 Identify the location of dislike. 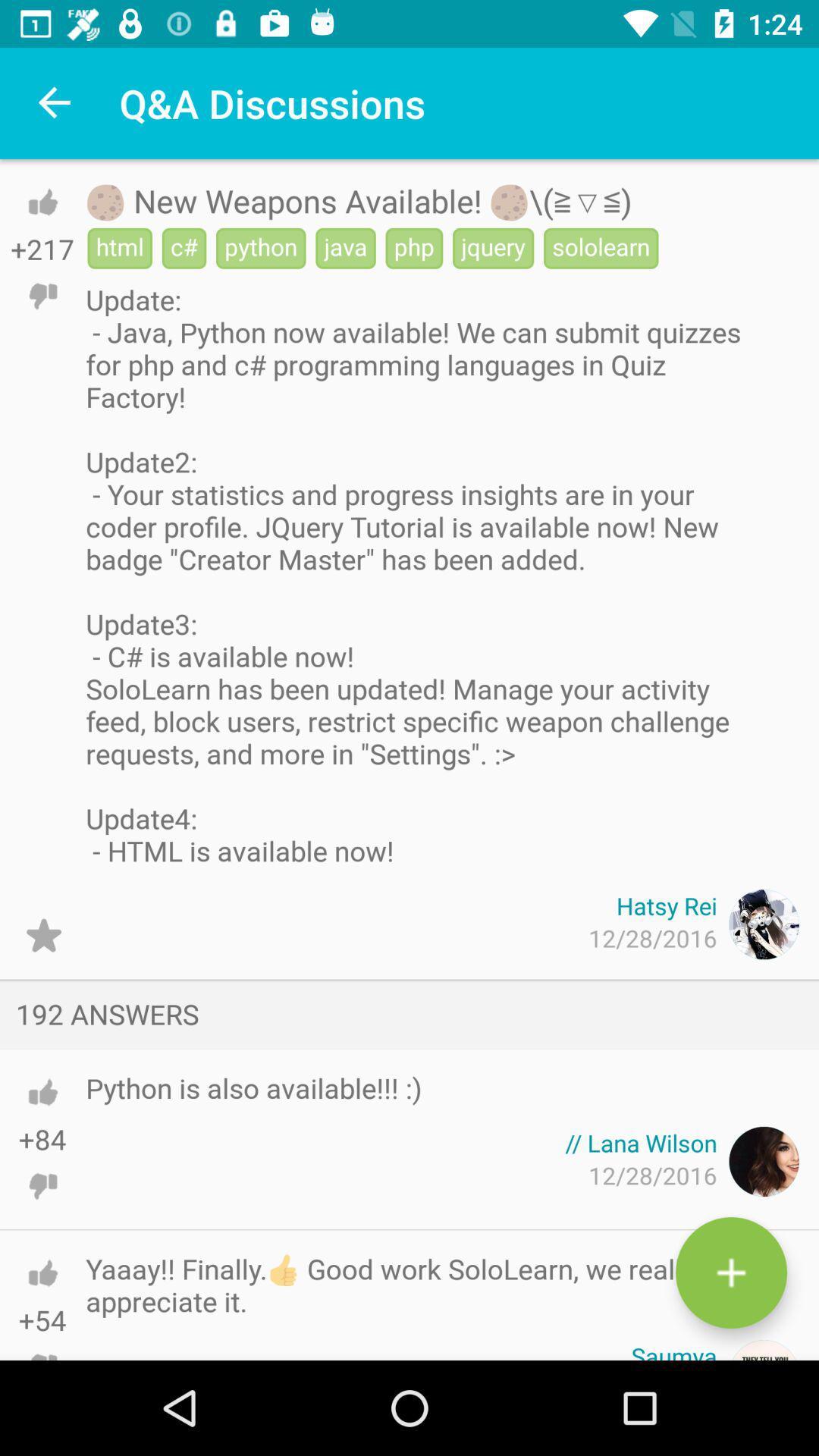
(42, 1342).